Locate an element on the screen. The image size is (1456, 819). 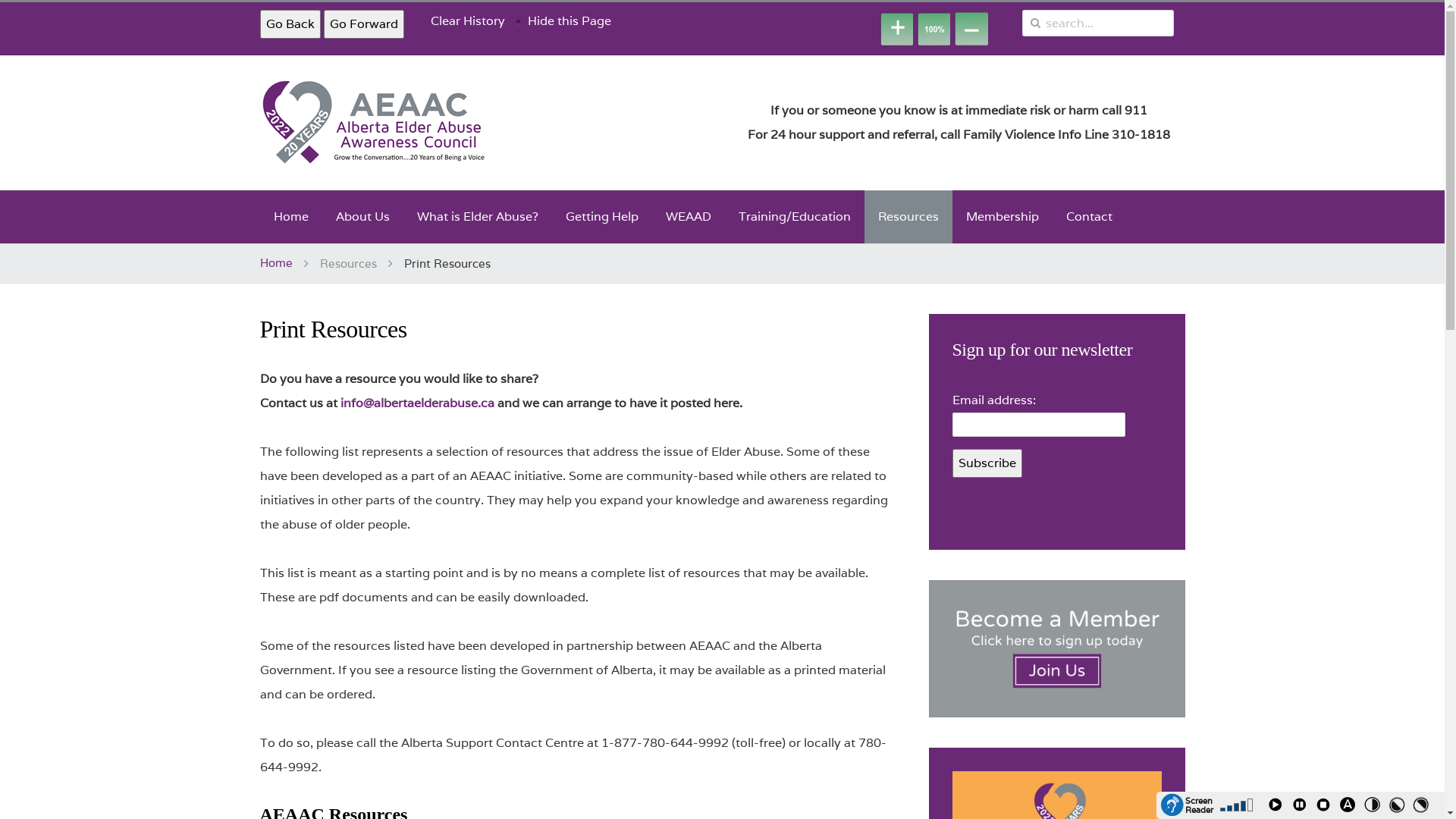
'WEAAD' is located at coordinates (687, 216).